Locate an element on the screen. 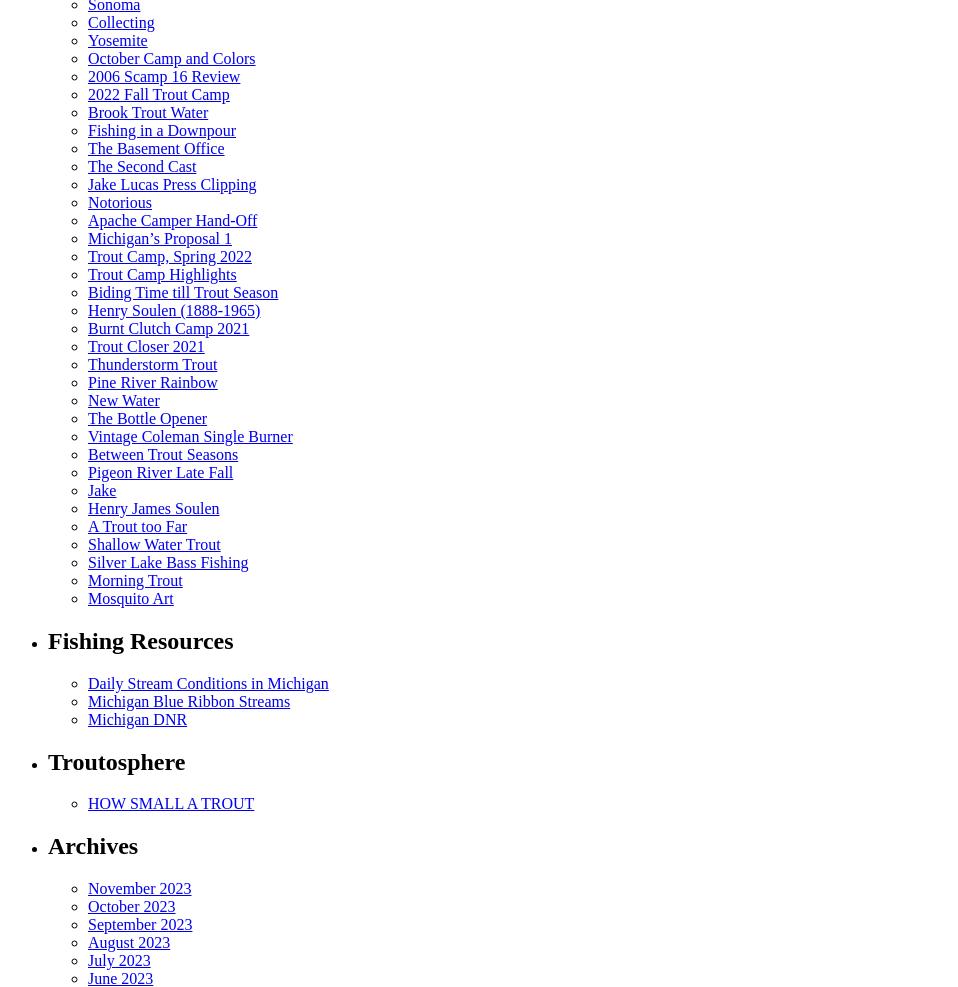 This screenshot has height=987, width=958. 'Biding Time till Trout Season' is located at coordinates (181, 290).